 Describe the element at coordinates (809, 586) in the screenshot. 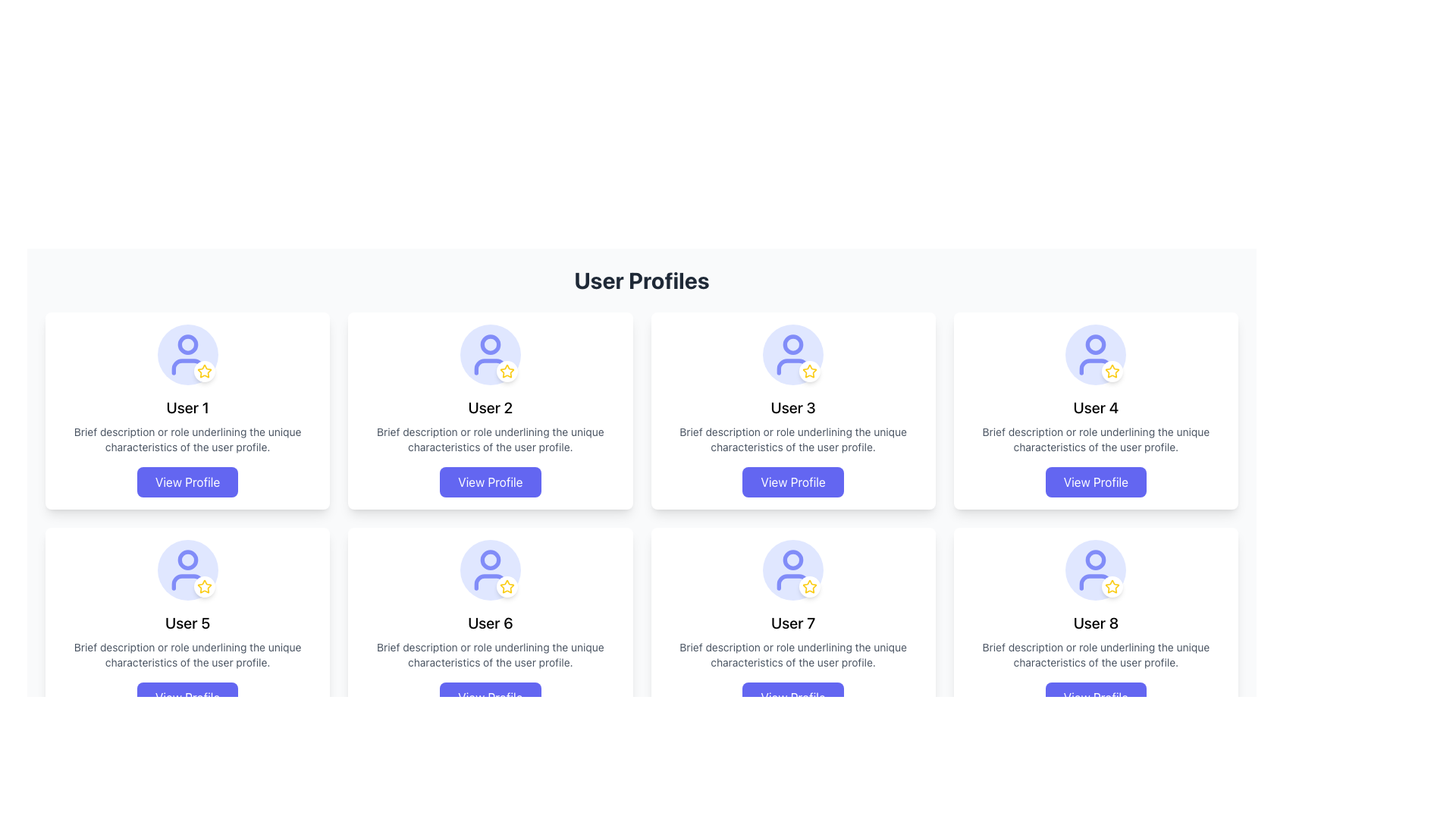

I see `the star-shaped icon with a yellow border and white interior located in the bottom-right corner of the seventh user card in the layout` at that location.